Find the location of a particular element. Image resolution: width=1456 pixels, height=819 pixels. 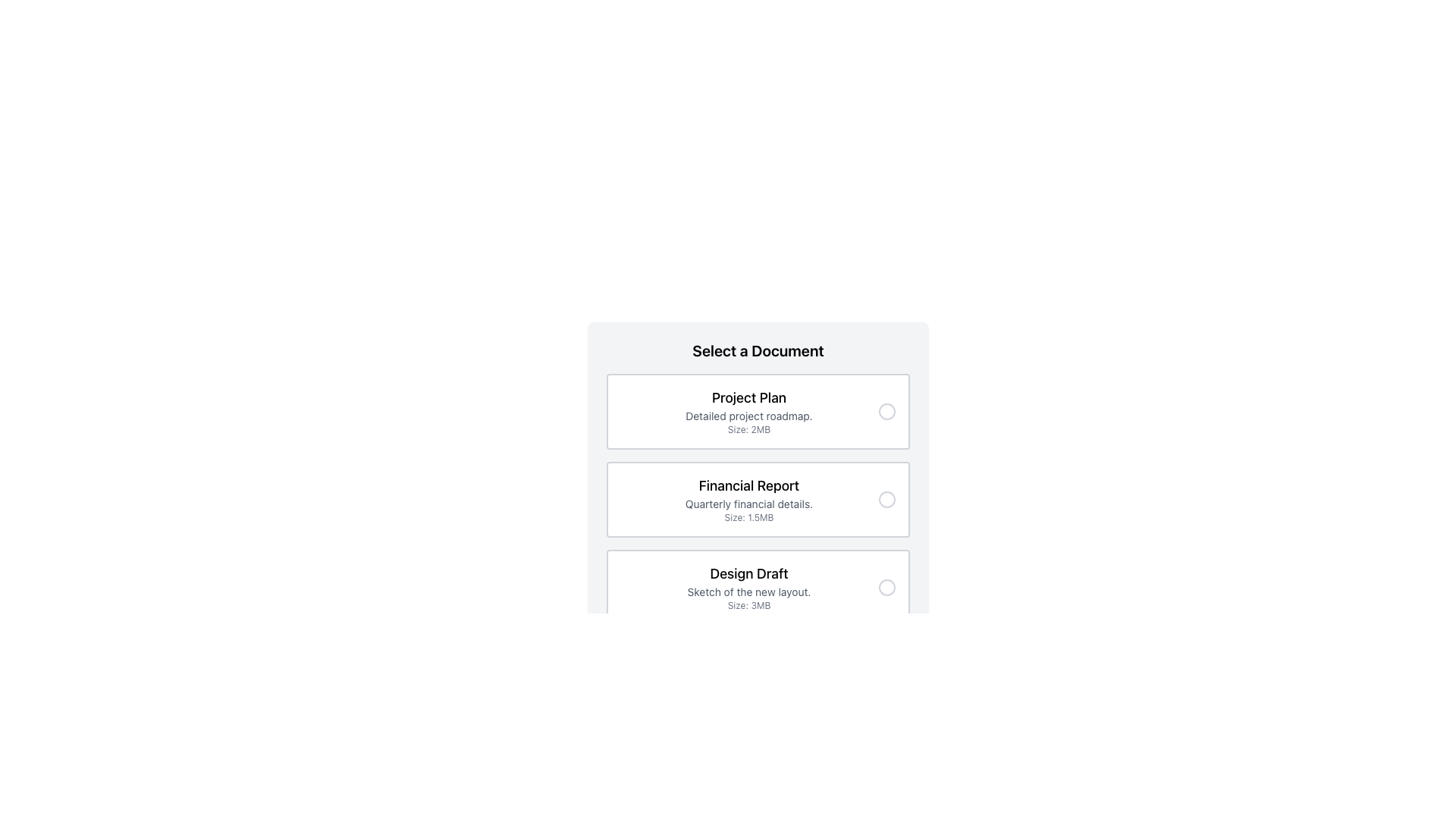

the static text label reading 'Size: 3MB', which is styled in a small gray font and positioned below the 'Design Draft' heading is located at coordinates (749, 604).